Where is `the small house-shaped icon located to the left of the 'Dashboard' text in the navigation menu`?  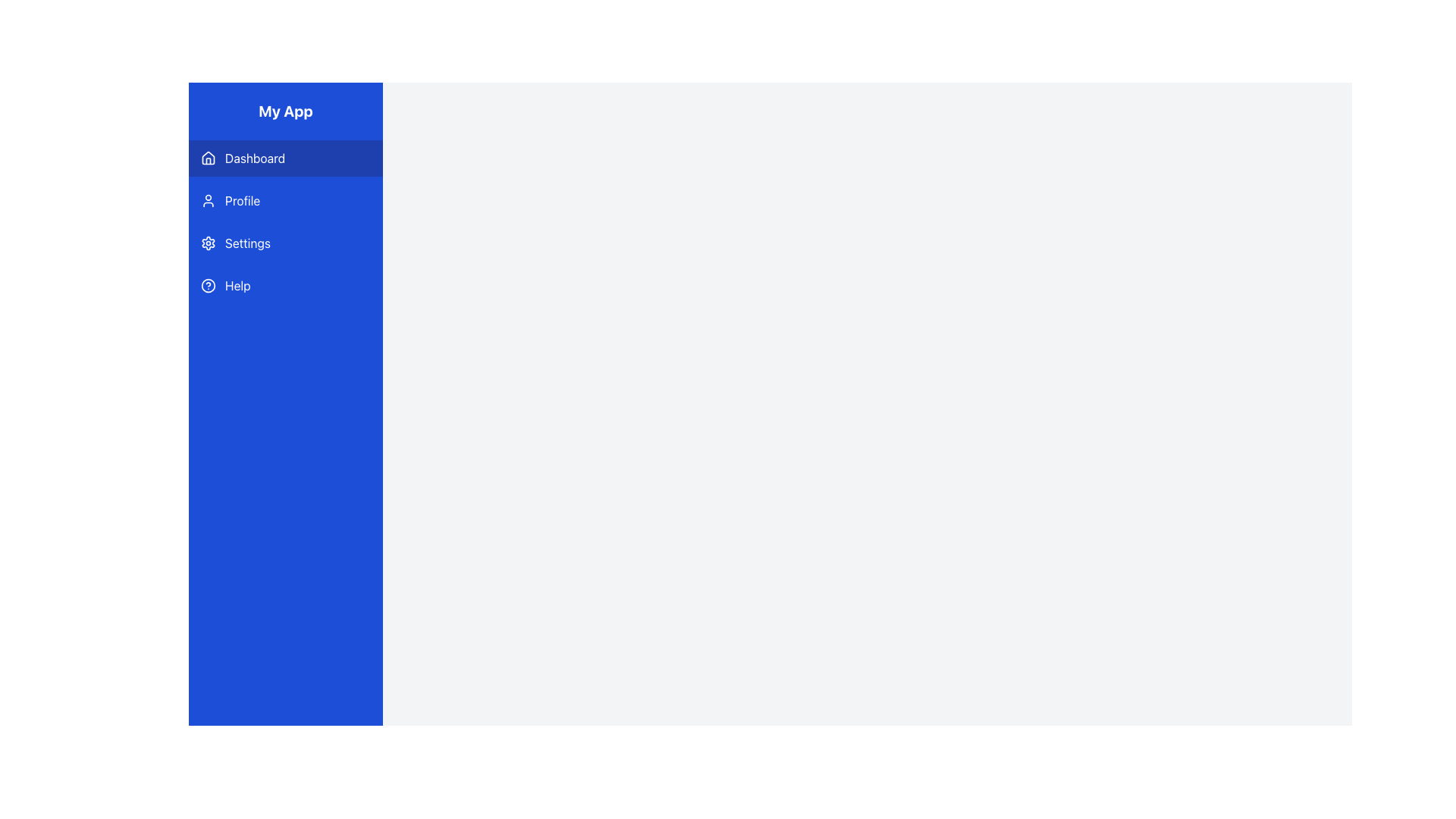
the small house-shaped icon located to the left of the 'Dashboard' text in the navigation menu is located at coordinates (207, 158).